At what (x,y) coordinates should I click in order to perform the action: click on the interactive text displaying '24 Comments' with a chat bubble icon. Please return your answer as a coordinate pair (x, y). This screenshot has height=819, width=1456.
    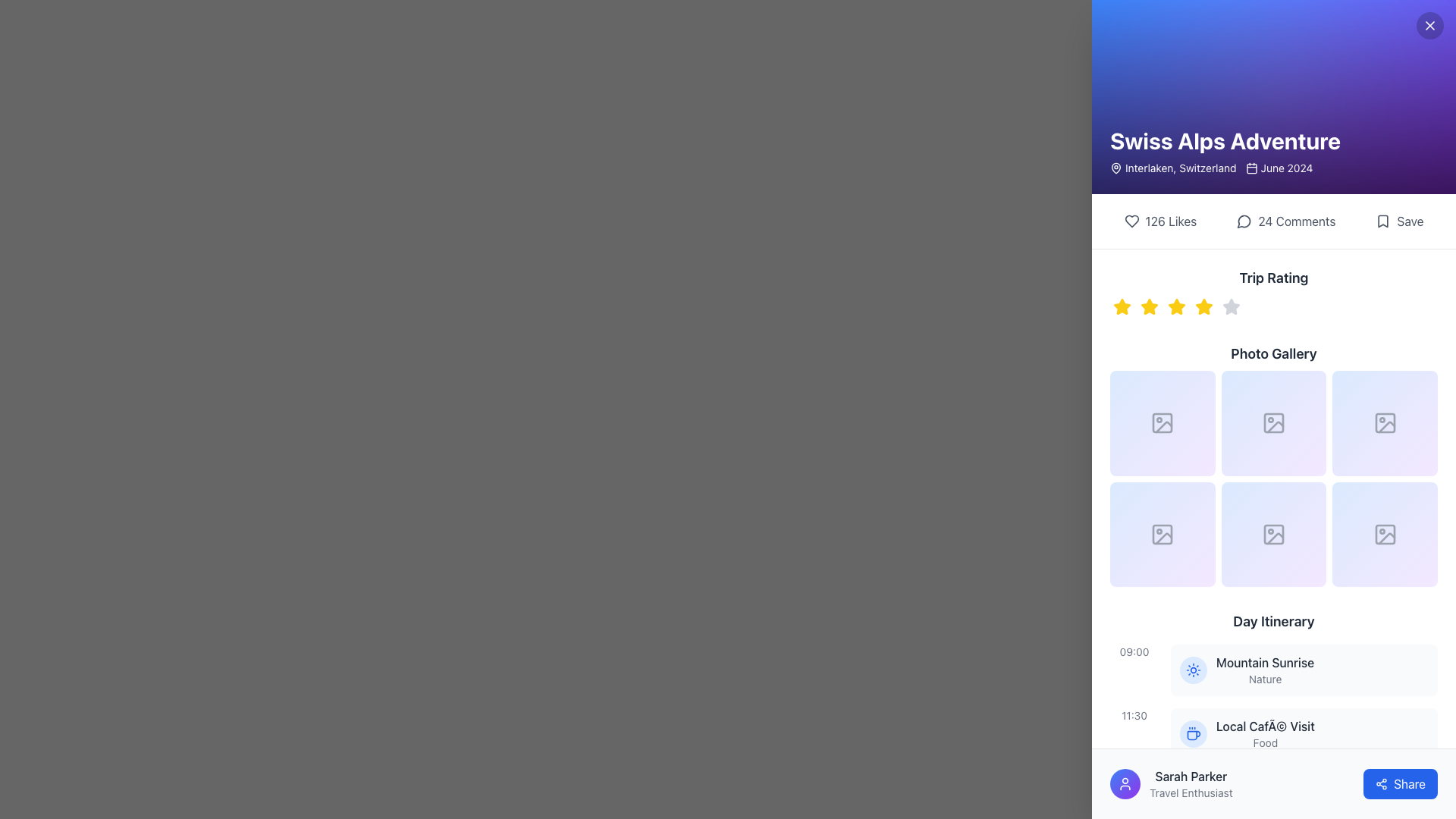
    Looking at the image, I should click on (1285, 221).